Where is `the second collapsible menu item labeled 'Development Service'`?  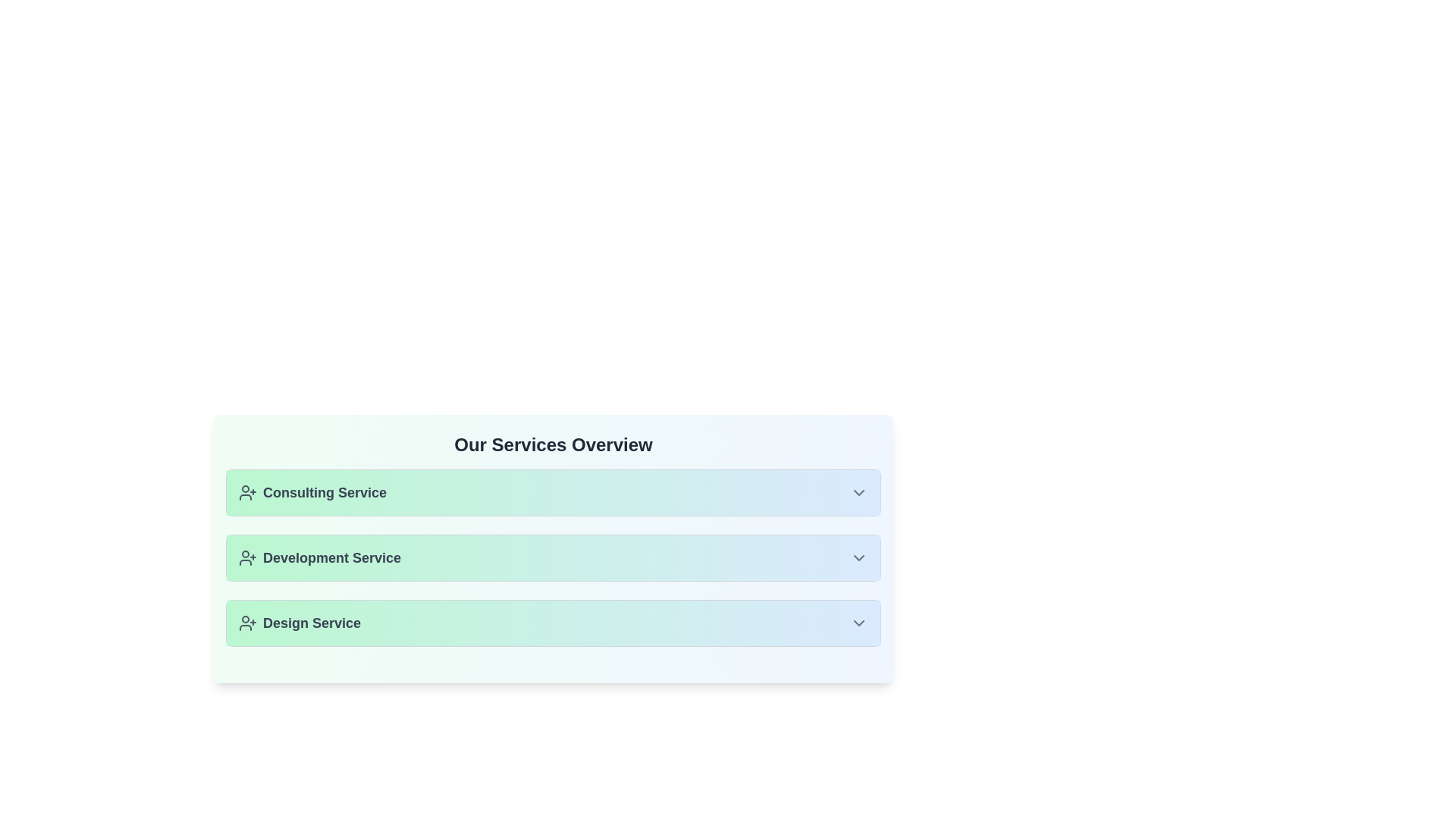
the second collapsible menu item labeled 'Development Service' is located at coordinates (552, 558).